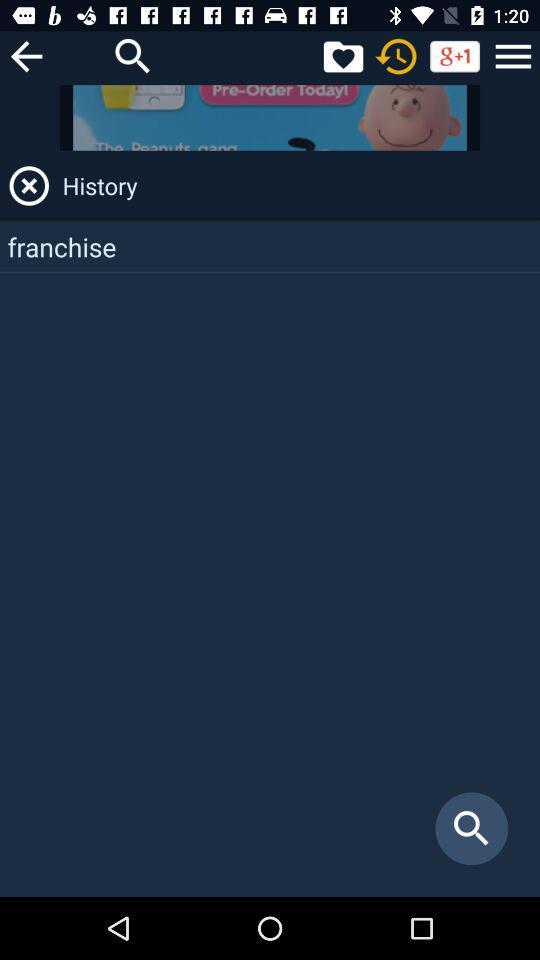 The width and height of the screenshot is (540, 960). I want to click on item at the bottom right corner, so click(471, 828).